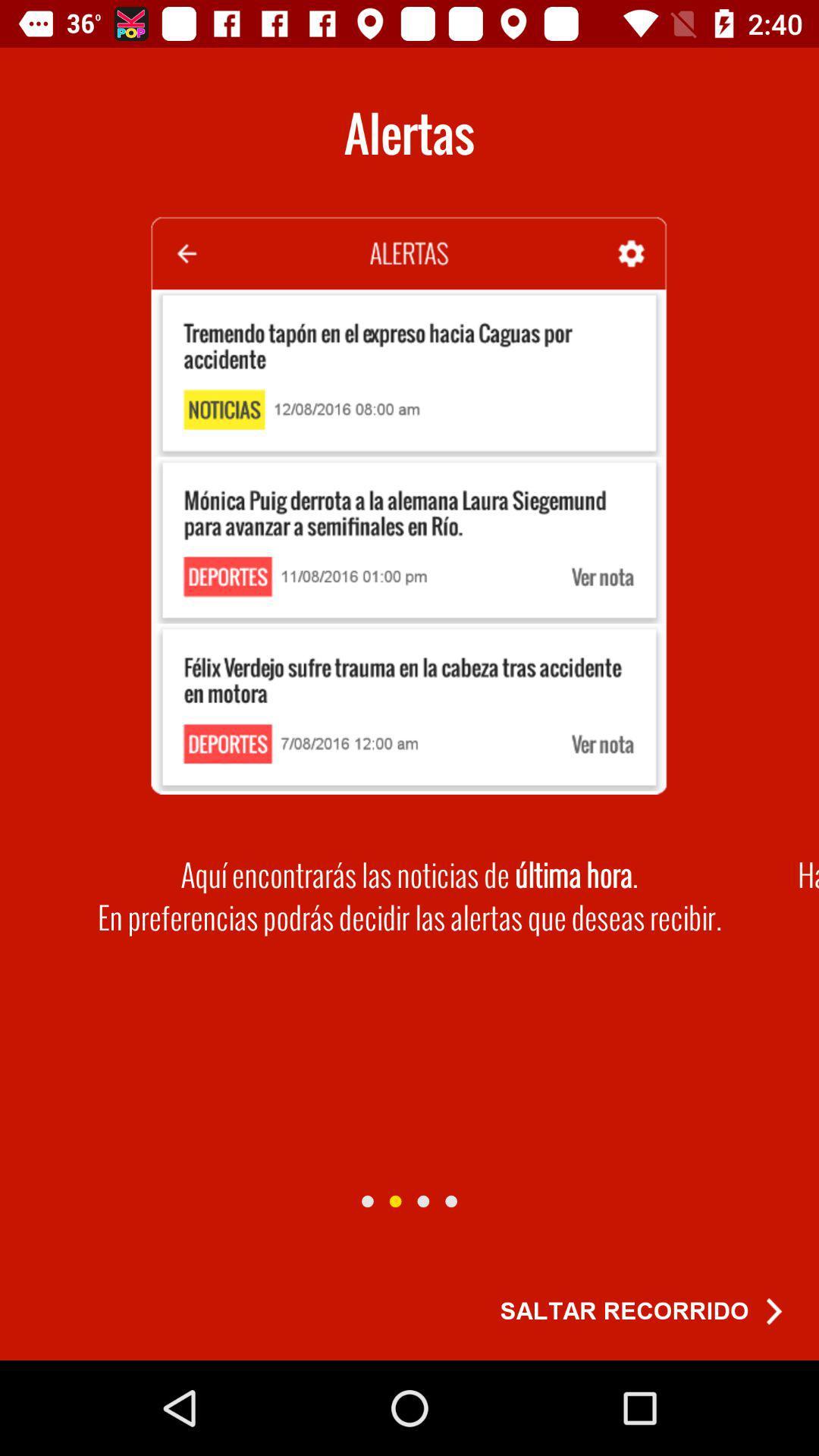  What do you see at coordinates (394, 1200) in the screenshot?
I see `go next page` at bounding box center [394, 1200].